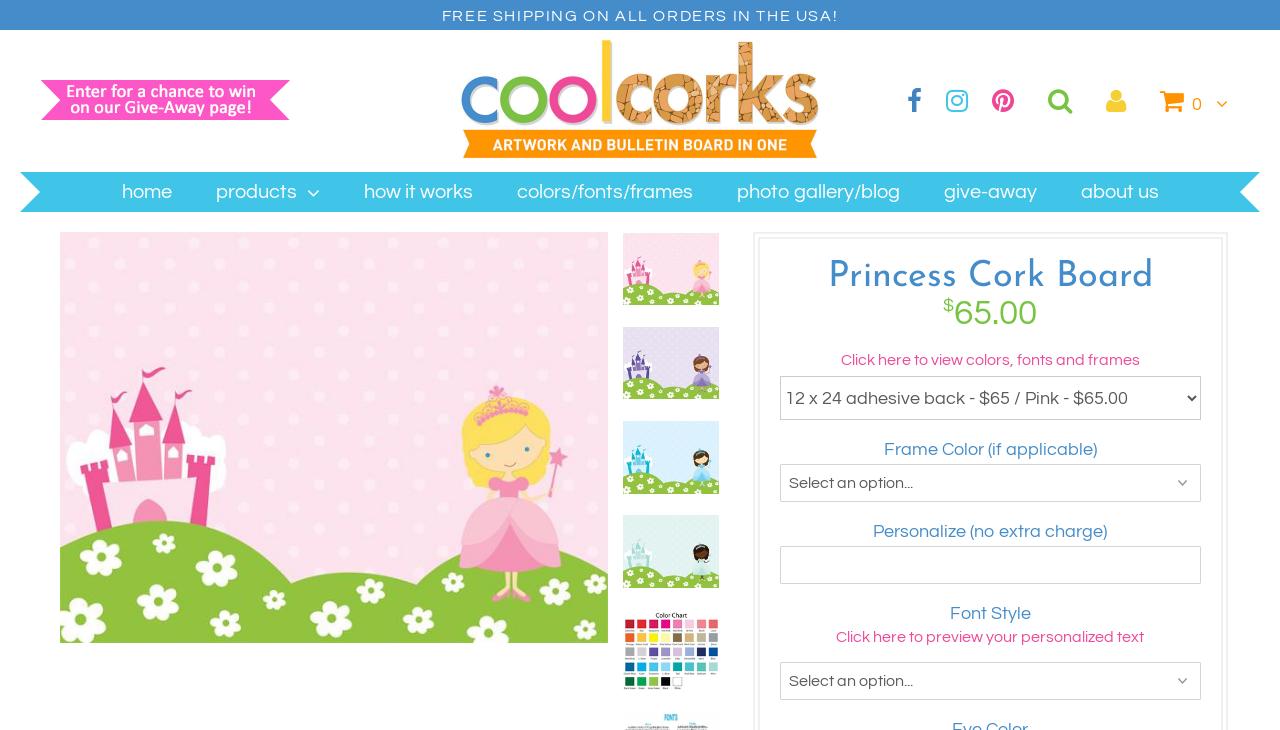 The width and height of the screenshot is (1280, 730). Describe the element at coordinates (565, 114) in the screenshot. I see `'Personalization Preview'` at that location.